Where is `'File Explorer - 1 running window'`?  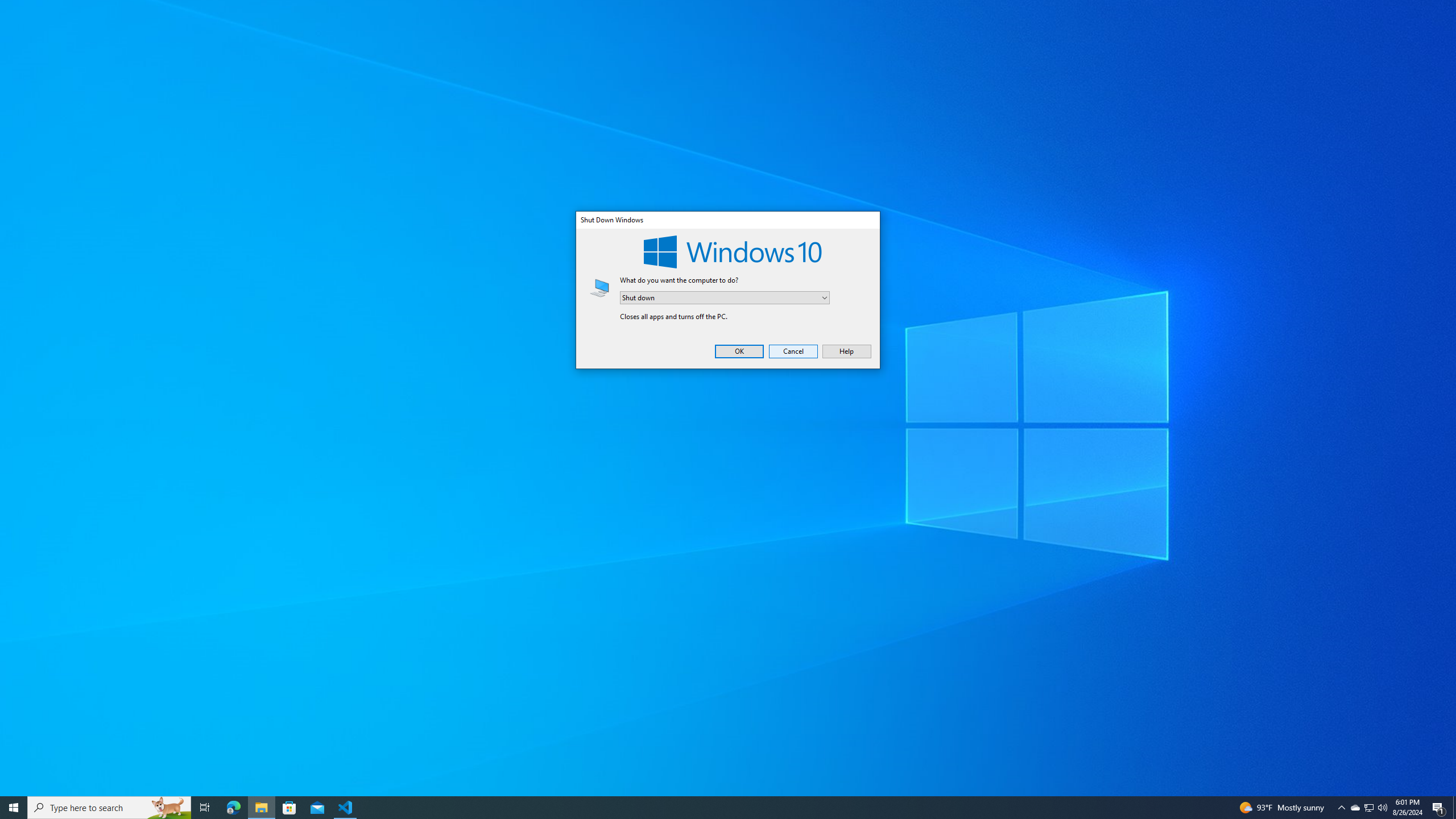
'File Explorer - 1 running window' is located at coordinates (260, 806).